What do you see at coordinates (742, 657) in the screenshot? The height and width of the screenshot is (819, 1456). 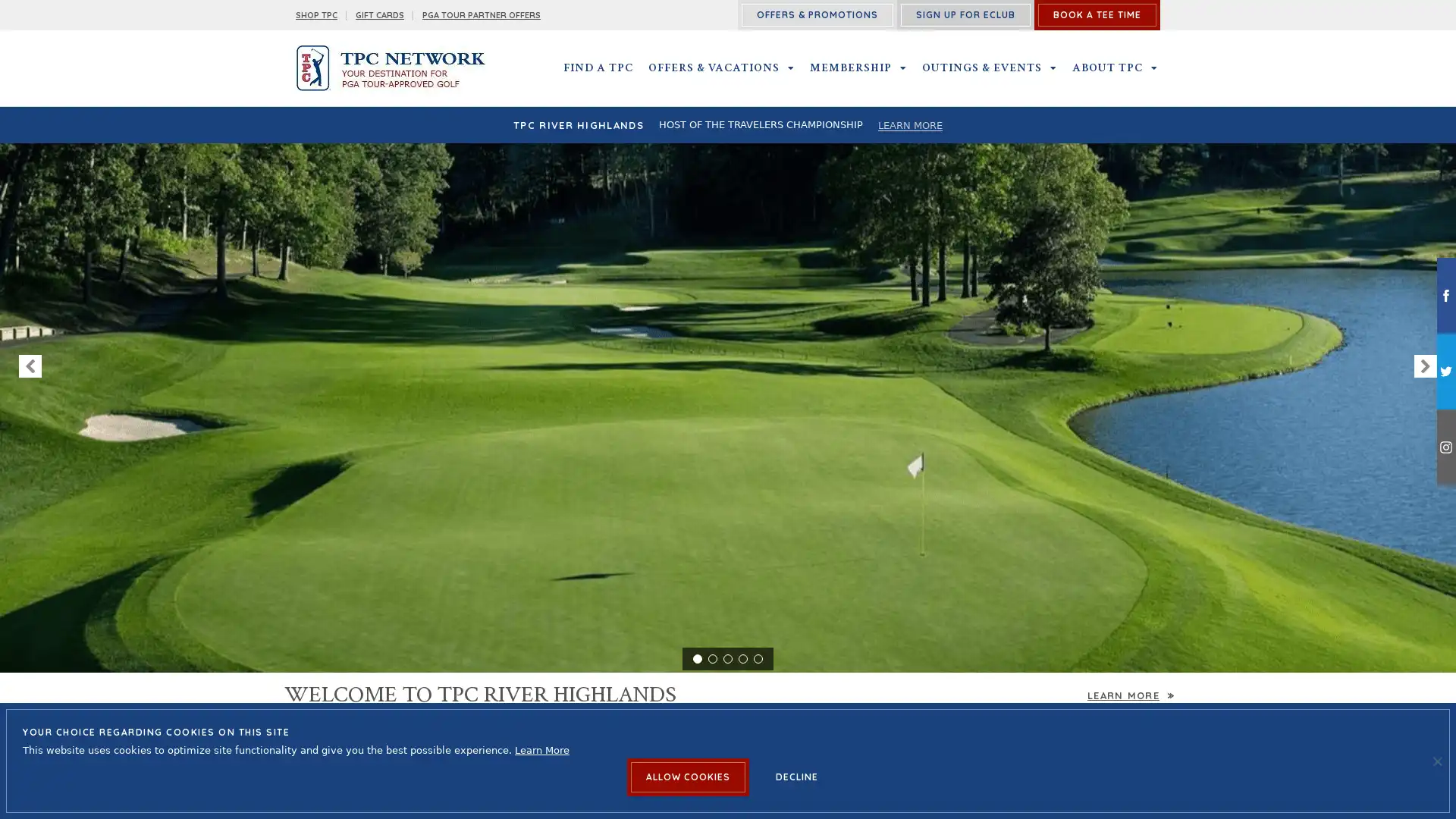 I see `4 of 5` at bounding box center [742, 657].